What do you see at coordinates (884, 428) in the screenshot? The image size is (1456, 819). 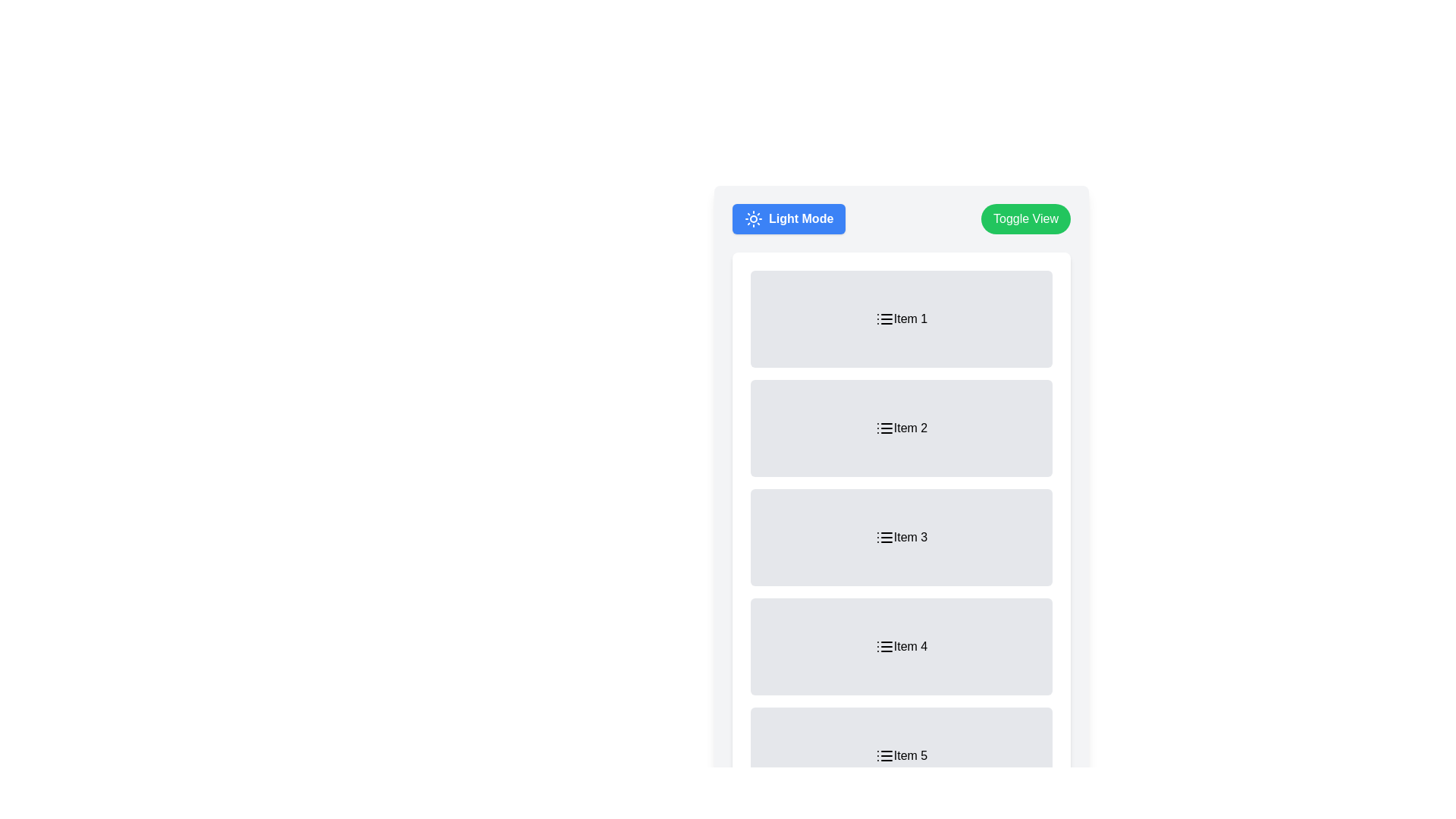 I see `the list icon (SVG) located in the second list item ('Item 2')` at bounding box center [884, 428].